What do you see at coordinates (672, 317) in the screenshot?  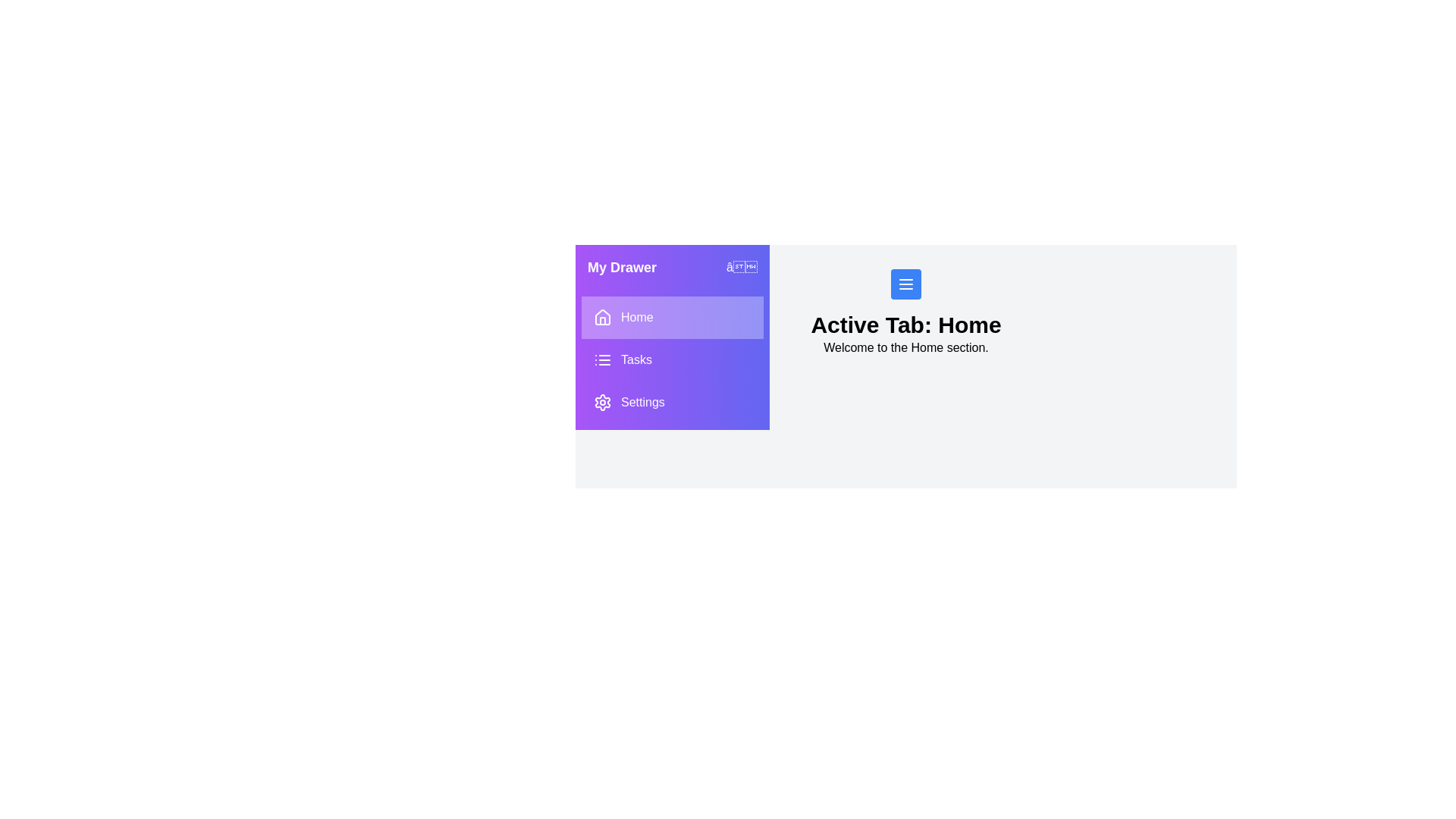 I see `the tab Home from the drawer menu` at bounding box center [672, 317].